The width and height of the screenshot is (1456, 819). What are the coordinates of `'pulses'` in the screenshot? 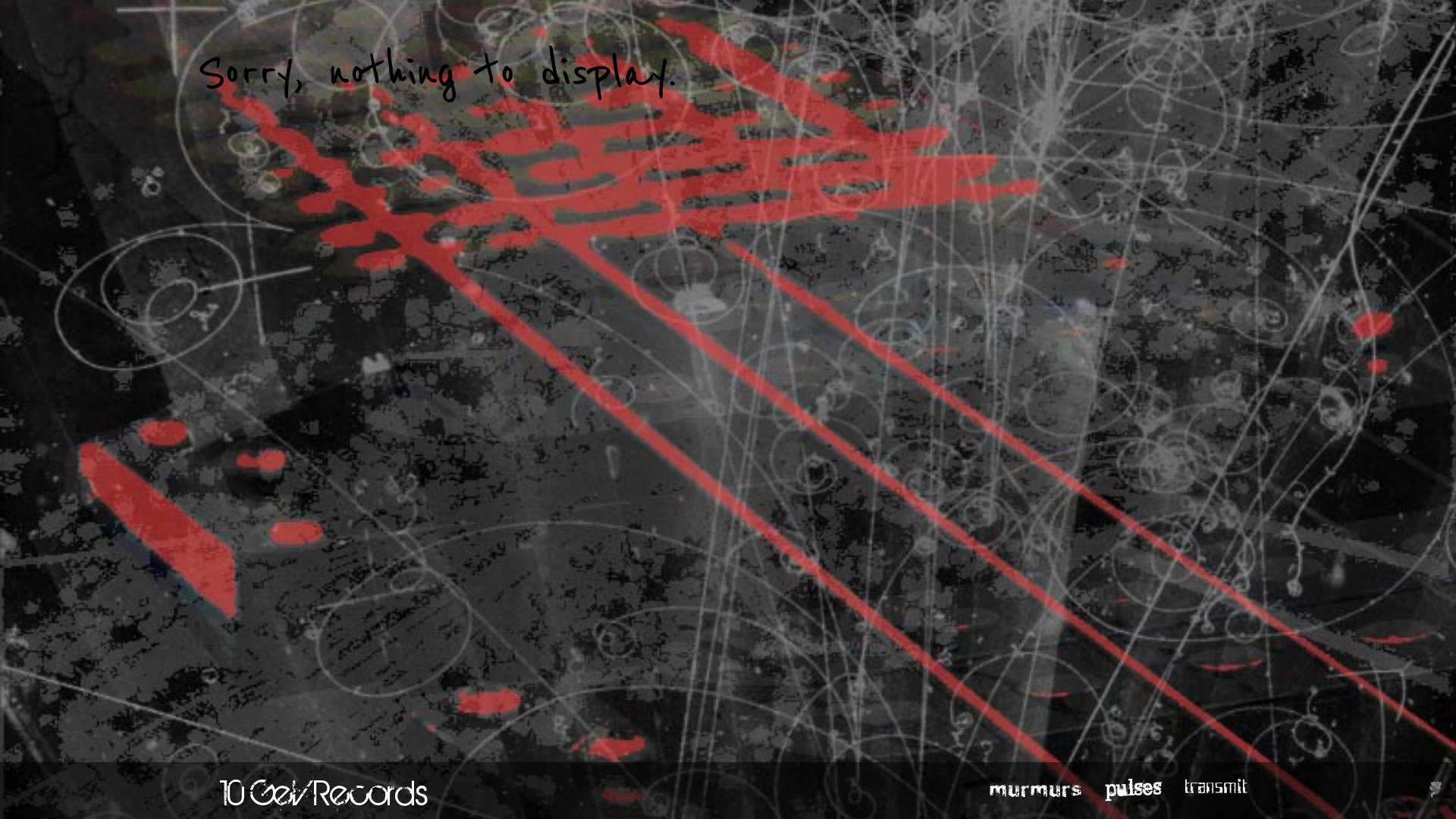 It's located at (1132, 787).